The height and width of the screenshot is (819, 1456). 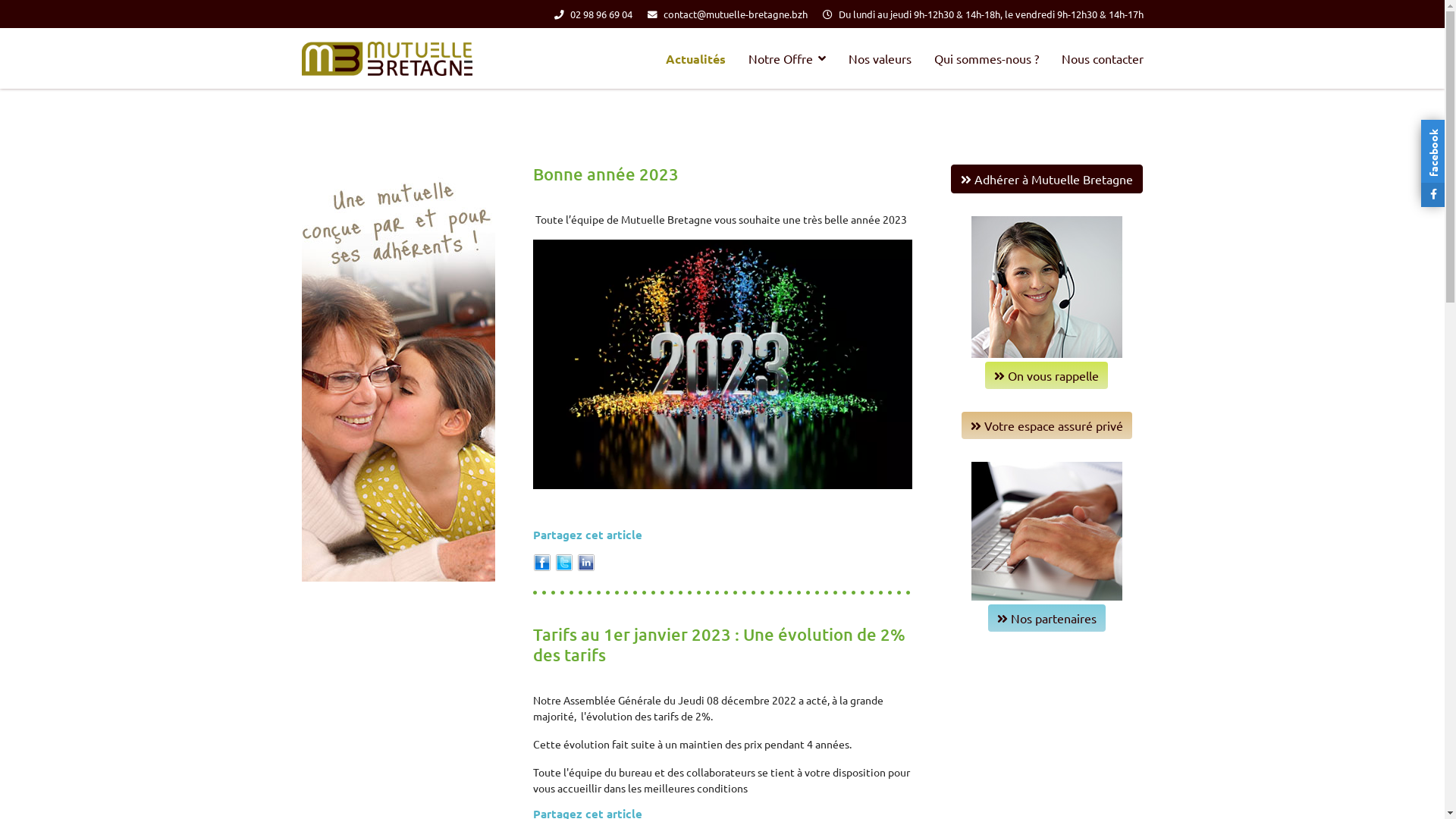 What do you see at coordinates (986, 58) in the screenshot?
I see `'Qui sommes-nous ?'` at bounding box center [986, 58].